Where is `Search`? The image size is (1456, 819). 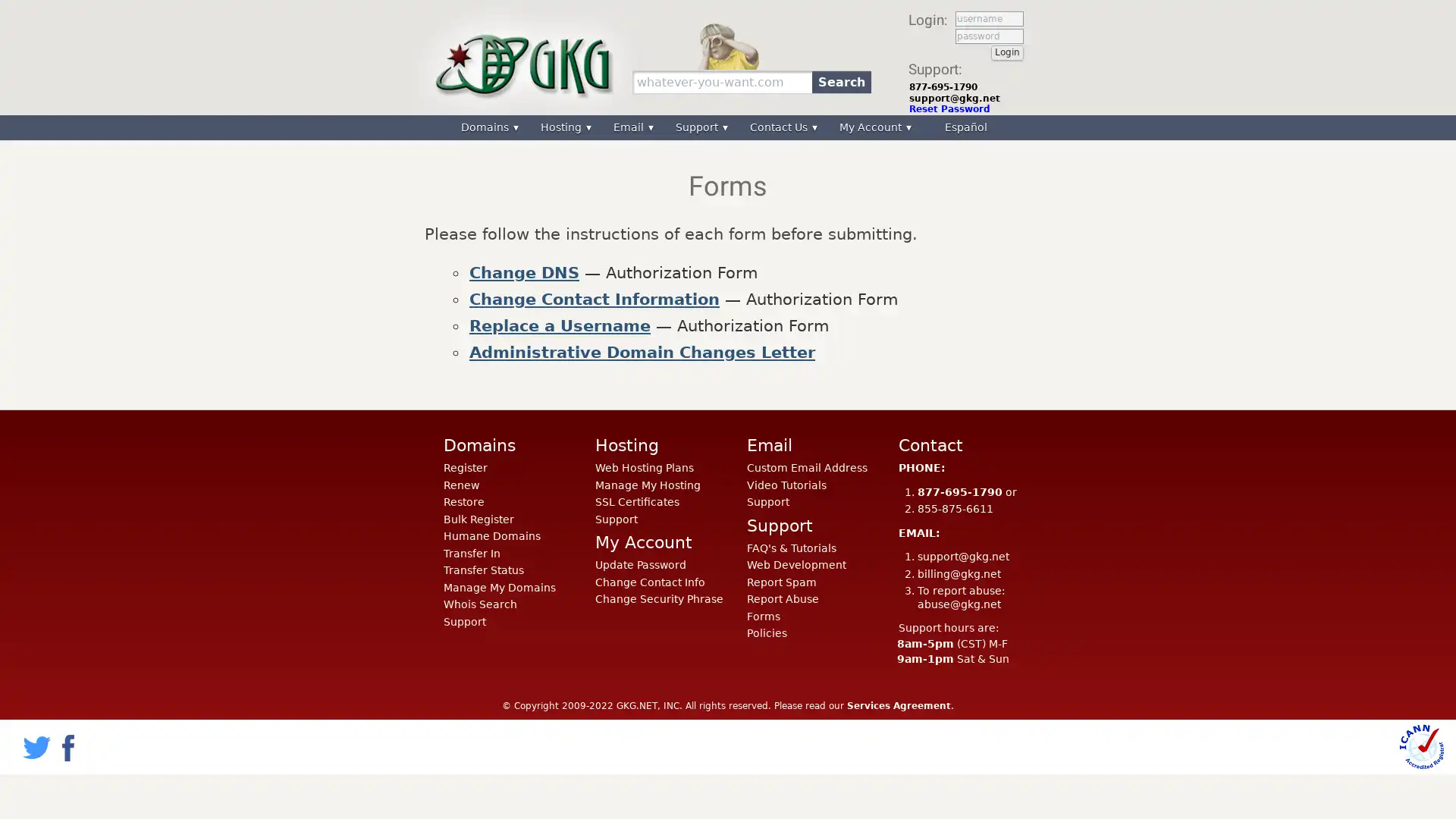 Search is located at coordinates (840, 81).